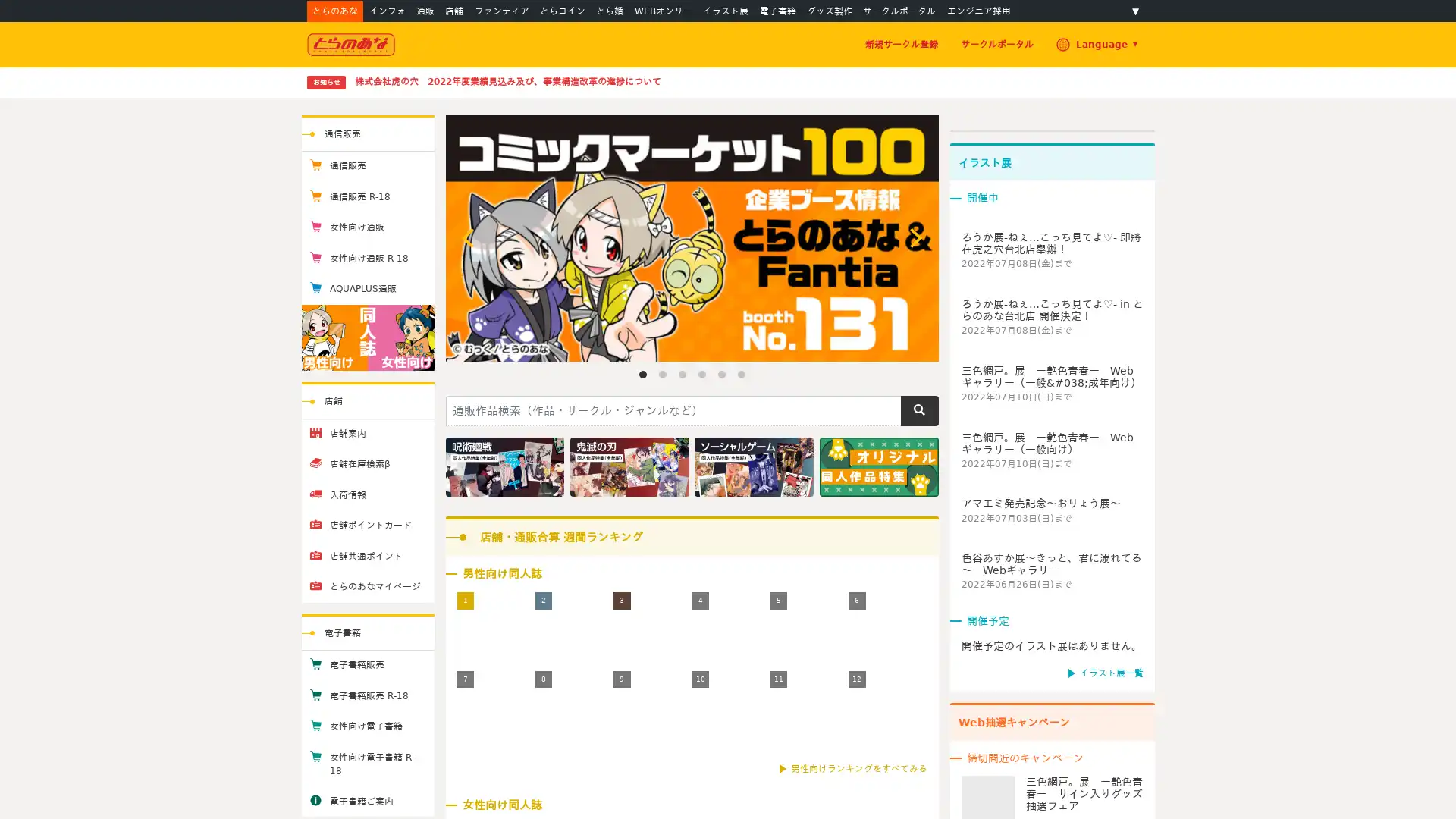  Describe the element at coordinates (469, 237) in the screenshot. I see `Previous` at that location.